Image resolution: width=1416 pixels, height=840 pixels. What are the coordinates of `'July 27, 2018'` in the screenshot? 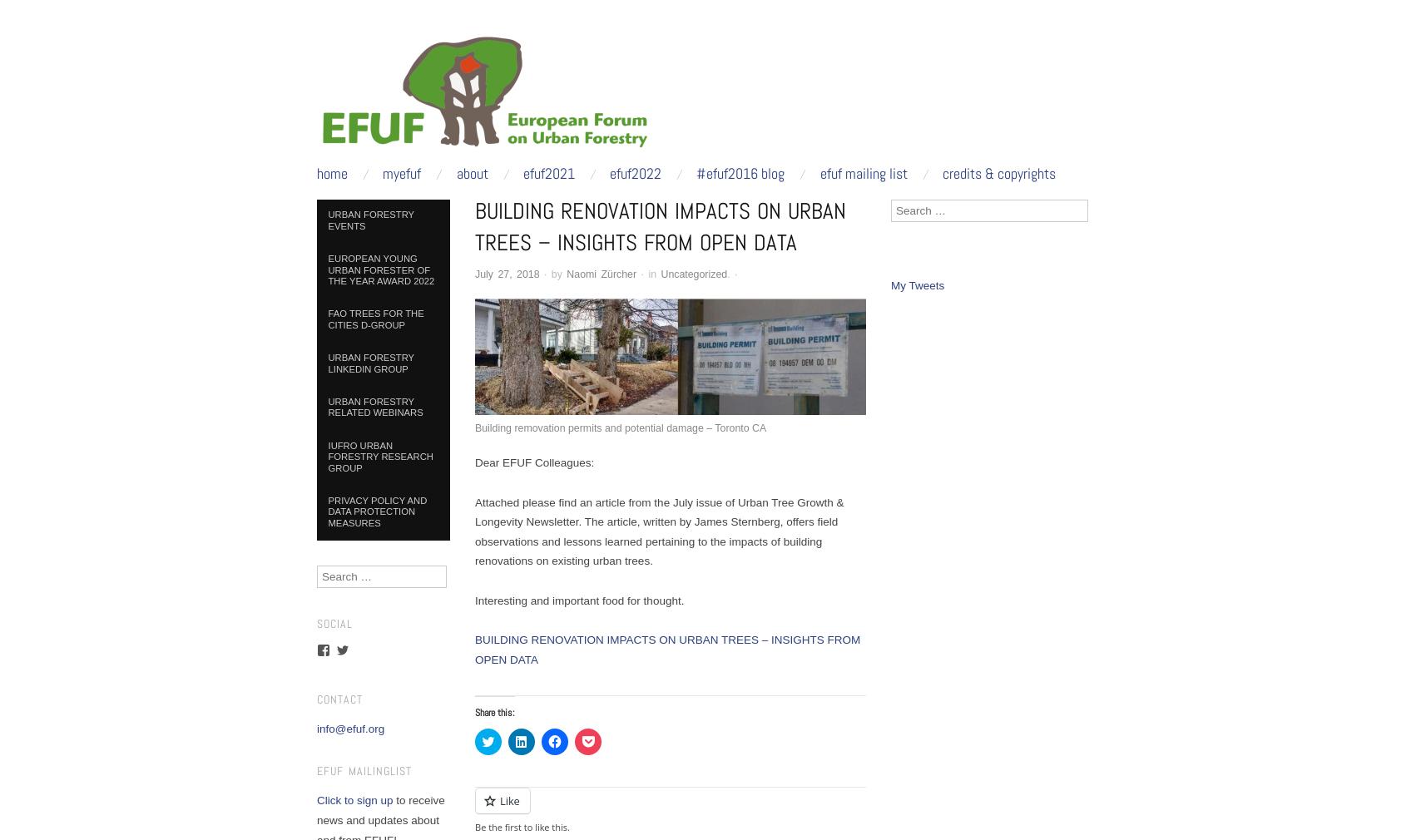 It's located at (507, 273).